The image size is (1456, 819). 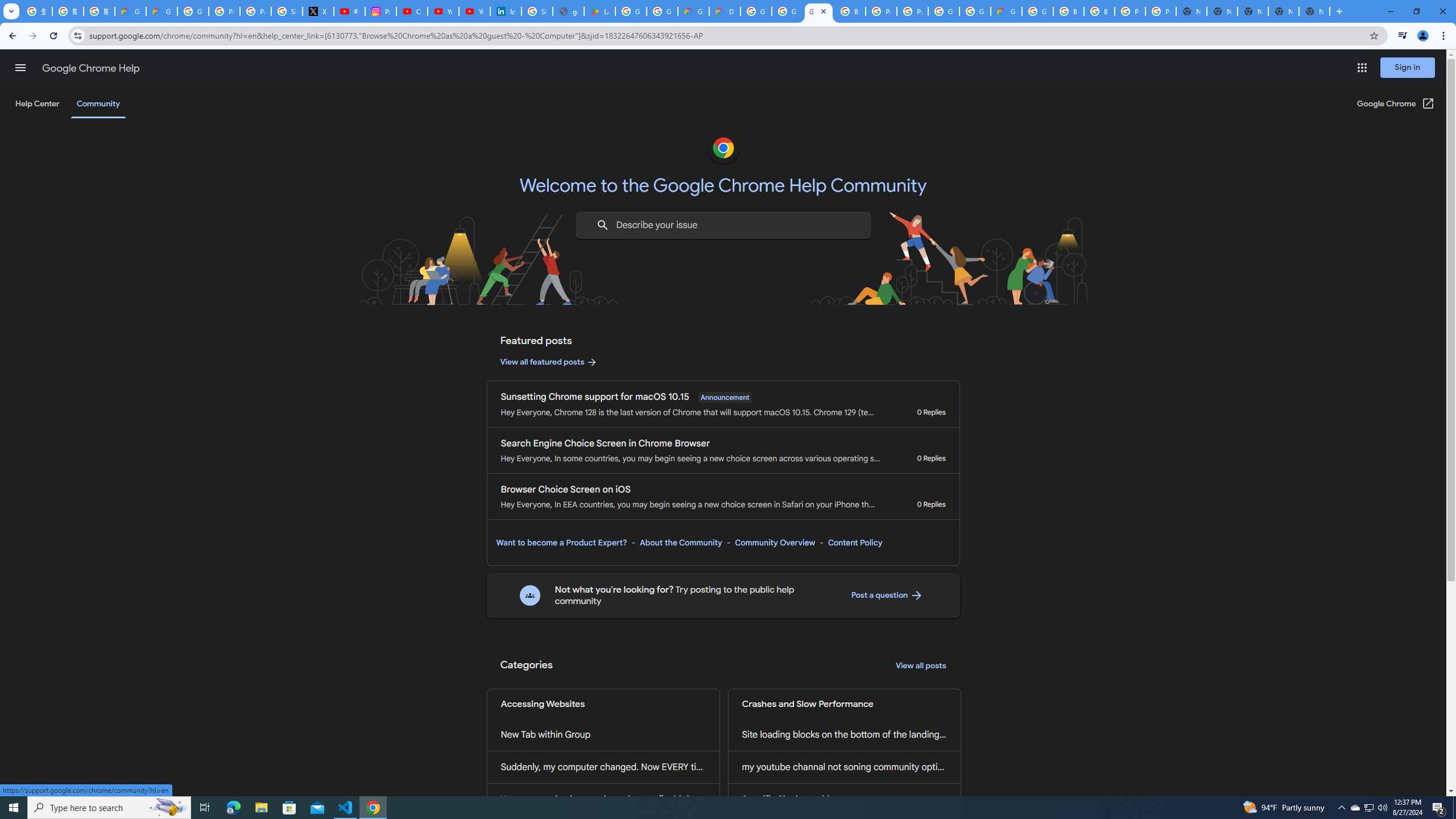 I want to click on 'Minimize', so click(x=1389, y=11).